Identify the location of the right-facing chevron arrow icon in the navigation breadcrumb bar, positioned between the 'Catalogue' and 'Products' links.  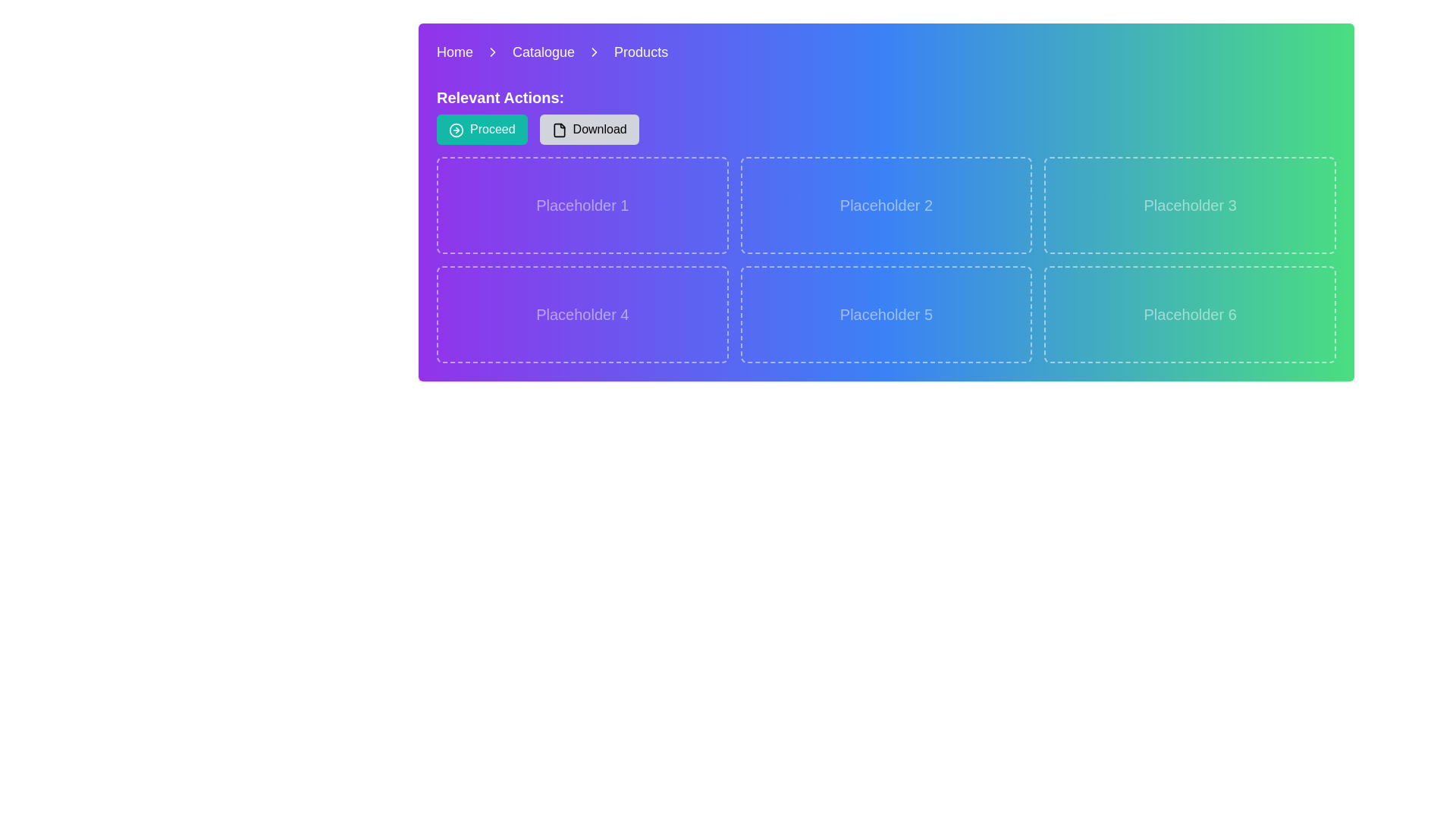
(594, 52).